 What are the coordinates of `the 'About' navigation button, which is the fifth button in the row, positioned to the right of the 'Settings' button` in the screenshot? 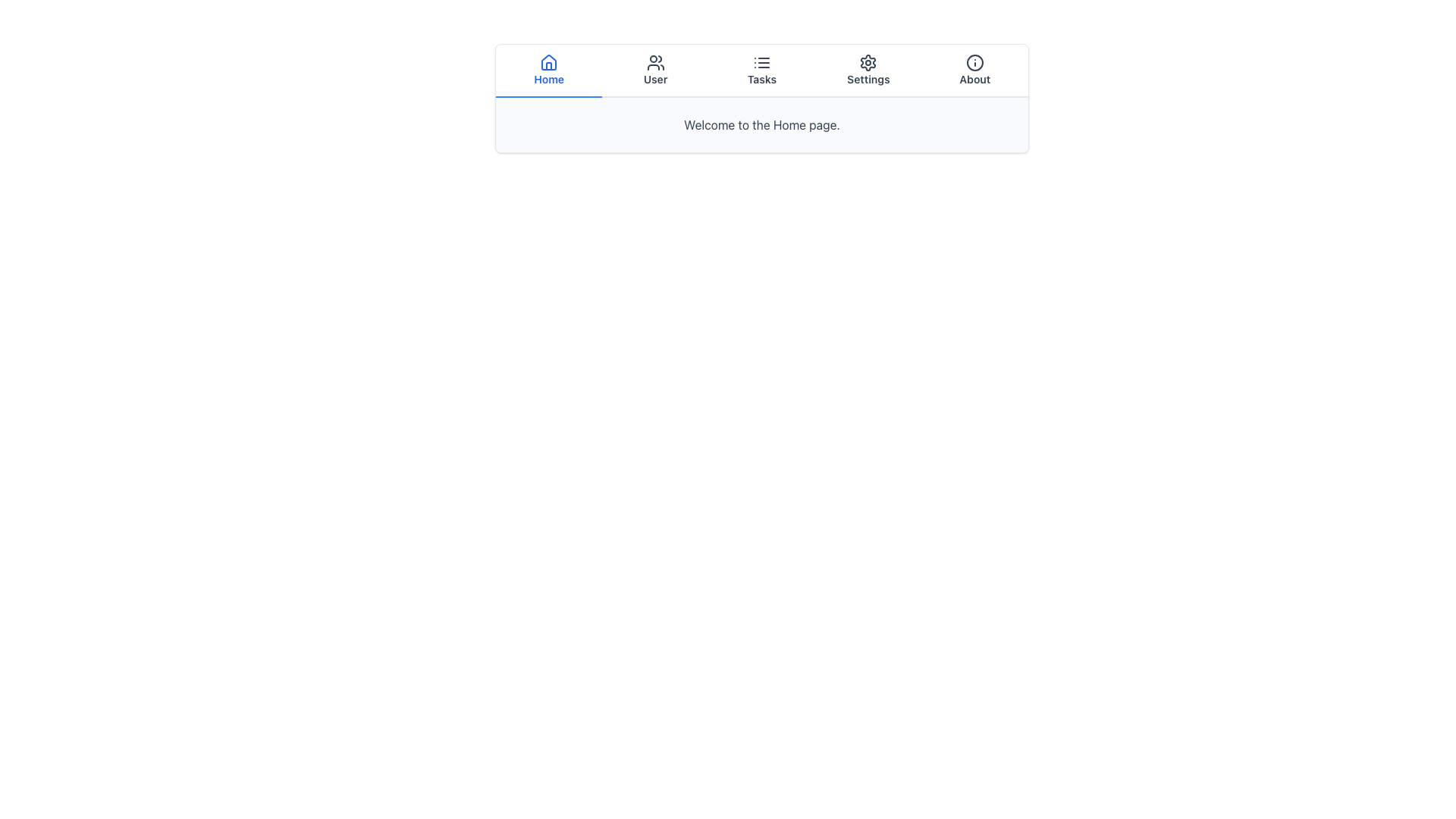 It's located at (974, 71).